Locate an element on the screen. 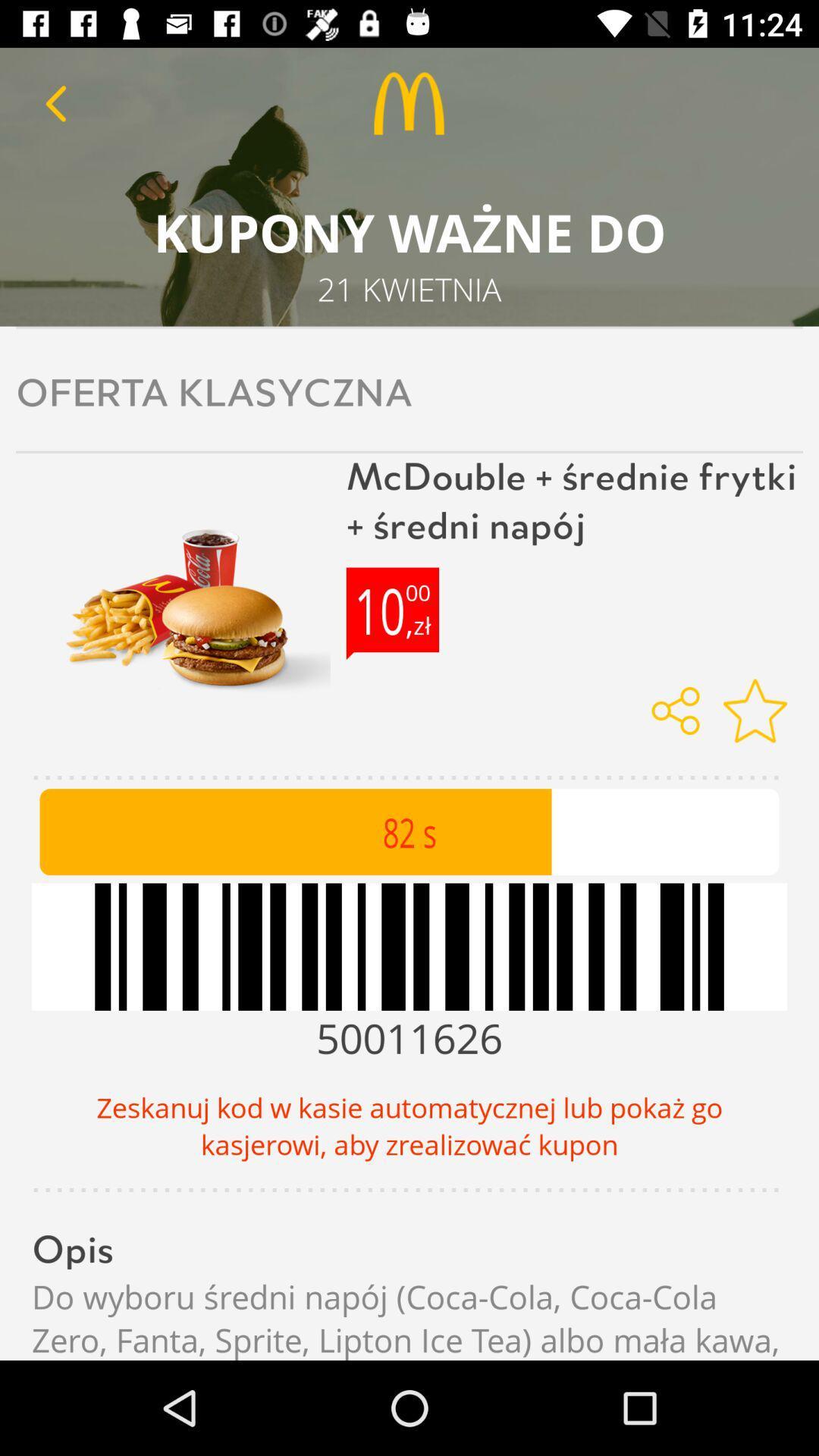 Image resolution: width=819 pixels, height=1456 pixels. icon is located at coordinates (755, 710).